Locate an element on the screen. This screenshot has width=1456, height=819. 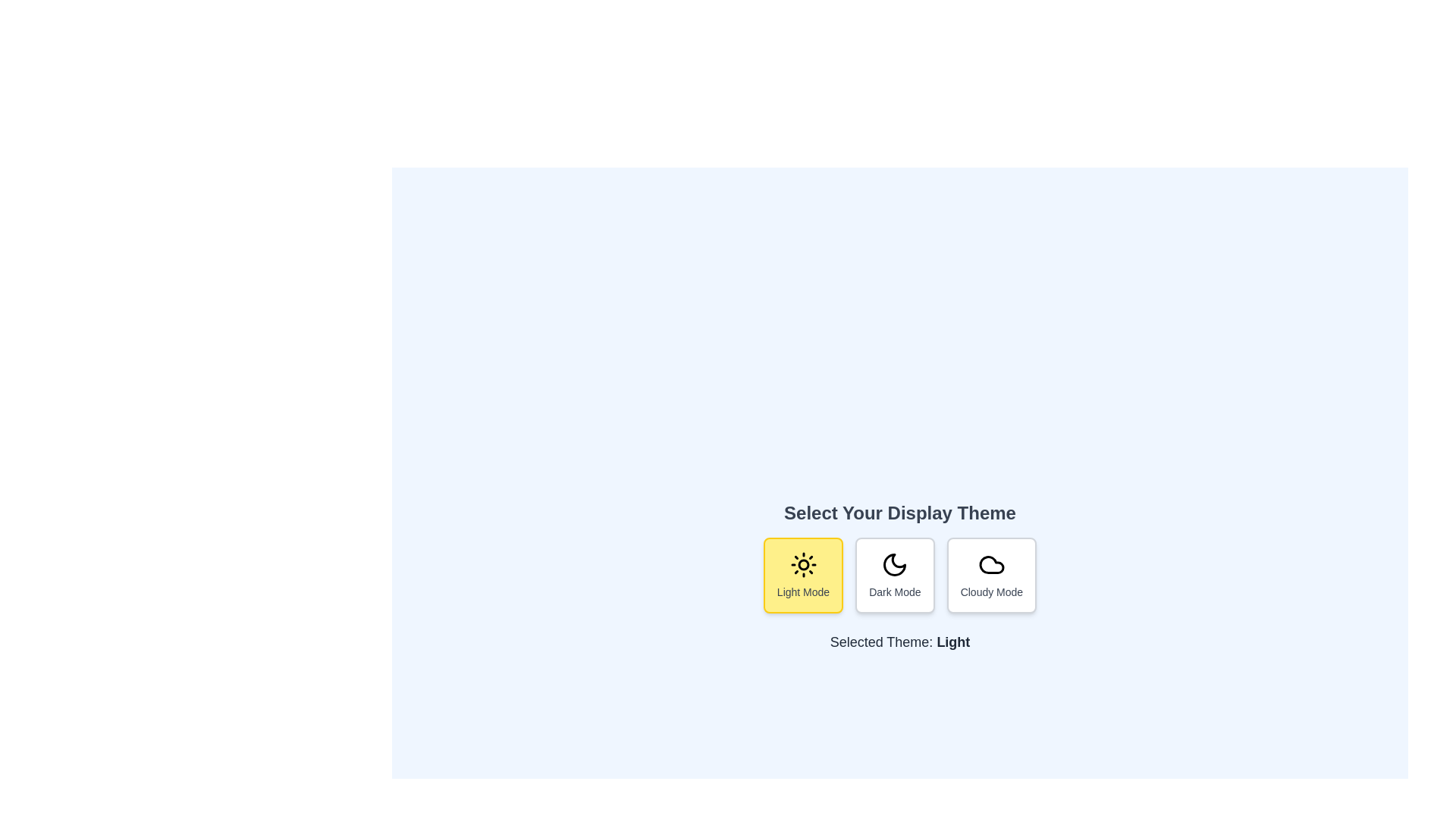
the button corresponding to Light Mode mode is located at coordinates (802, 576).